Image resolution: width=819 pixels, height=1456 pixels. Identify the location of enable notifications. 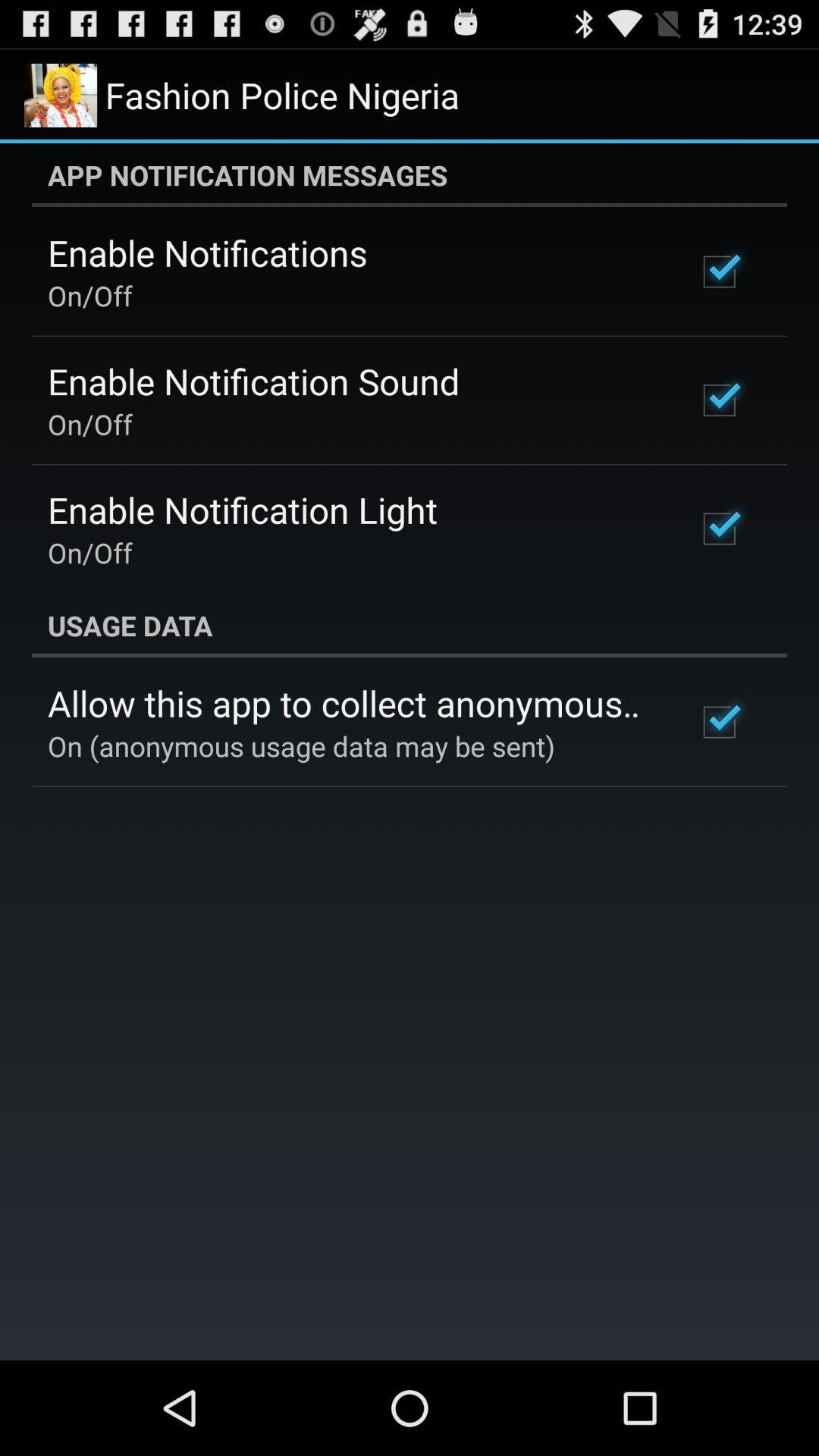
(207, 253).